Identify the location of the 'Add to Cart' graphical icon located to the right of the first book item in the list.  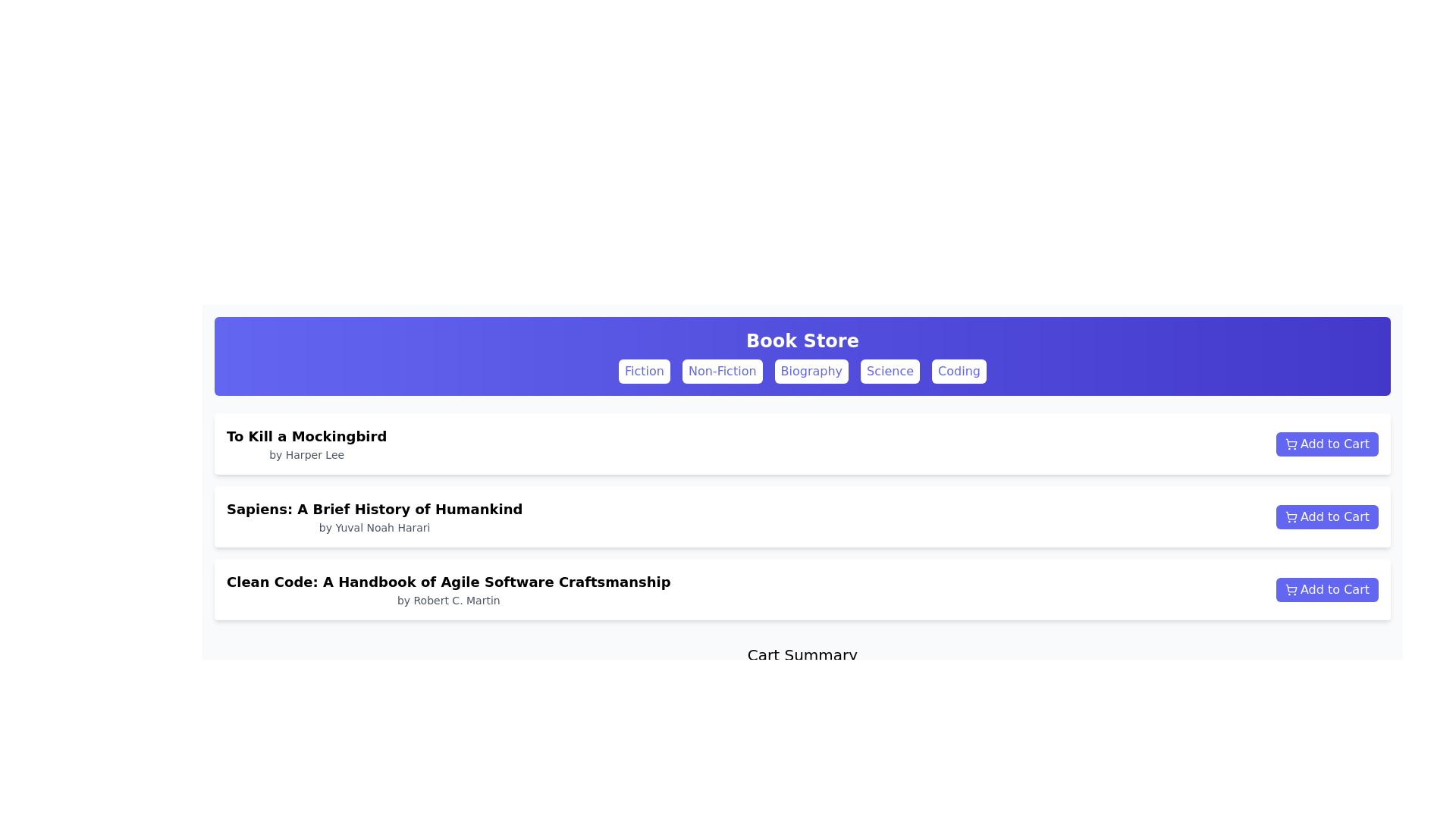
(1290, 442).